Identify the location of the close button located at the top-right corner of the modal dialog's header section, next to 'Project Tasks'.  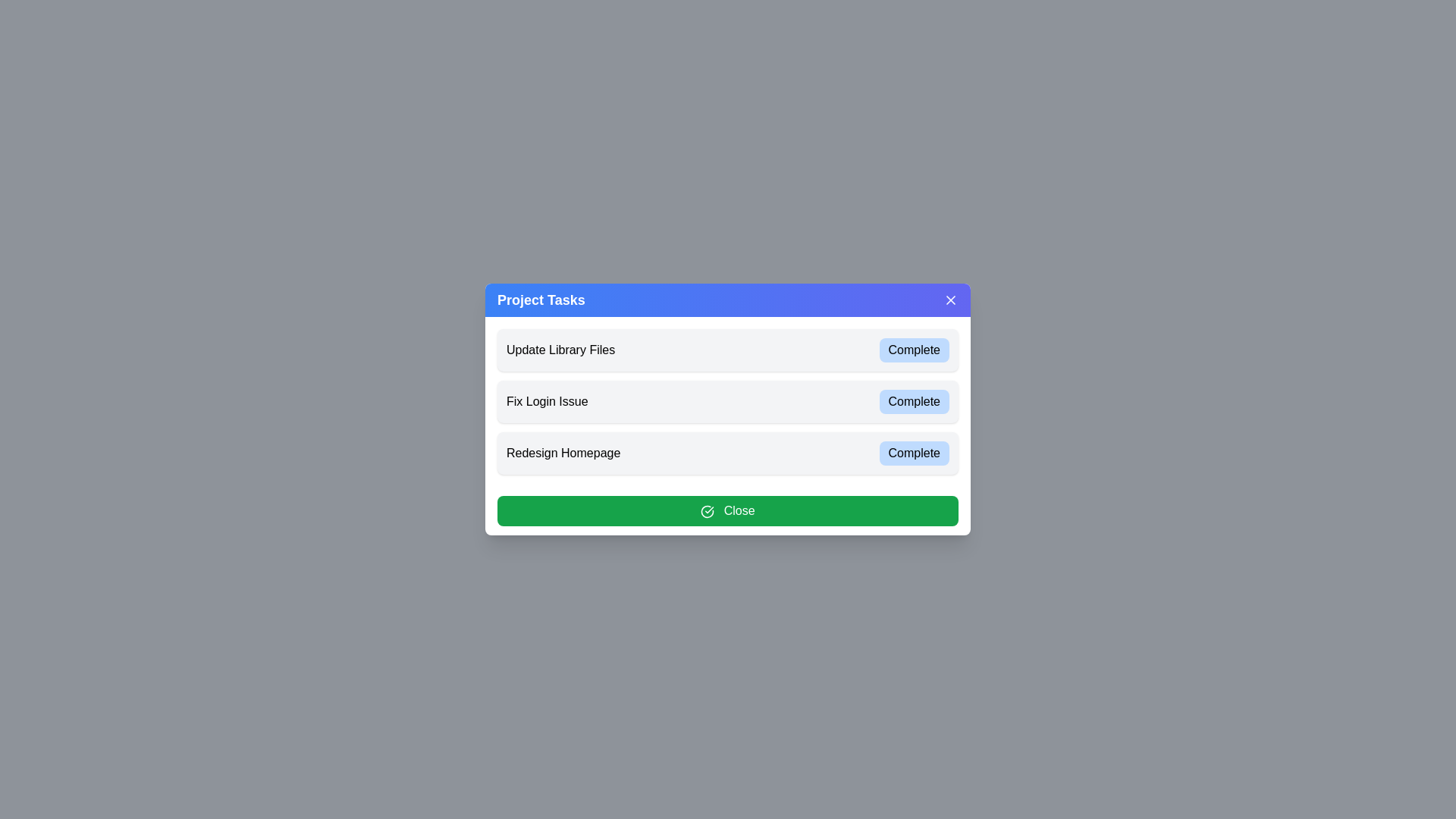
(949, 300).